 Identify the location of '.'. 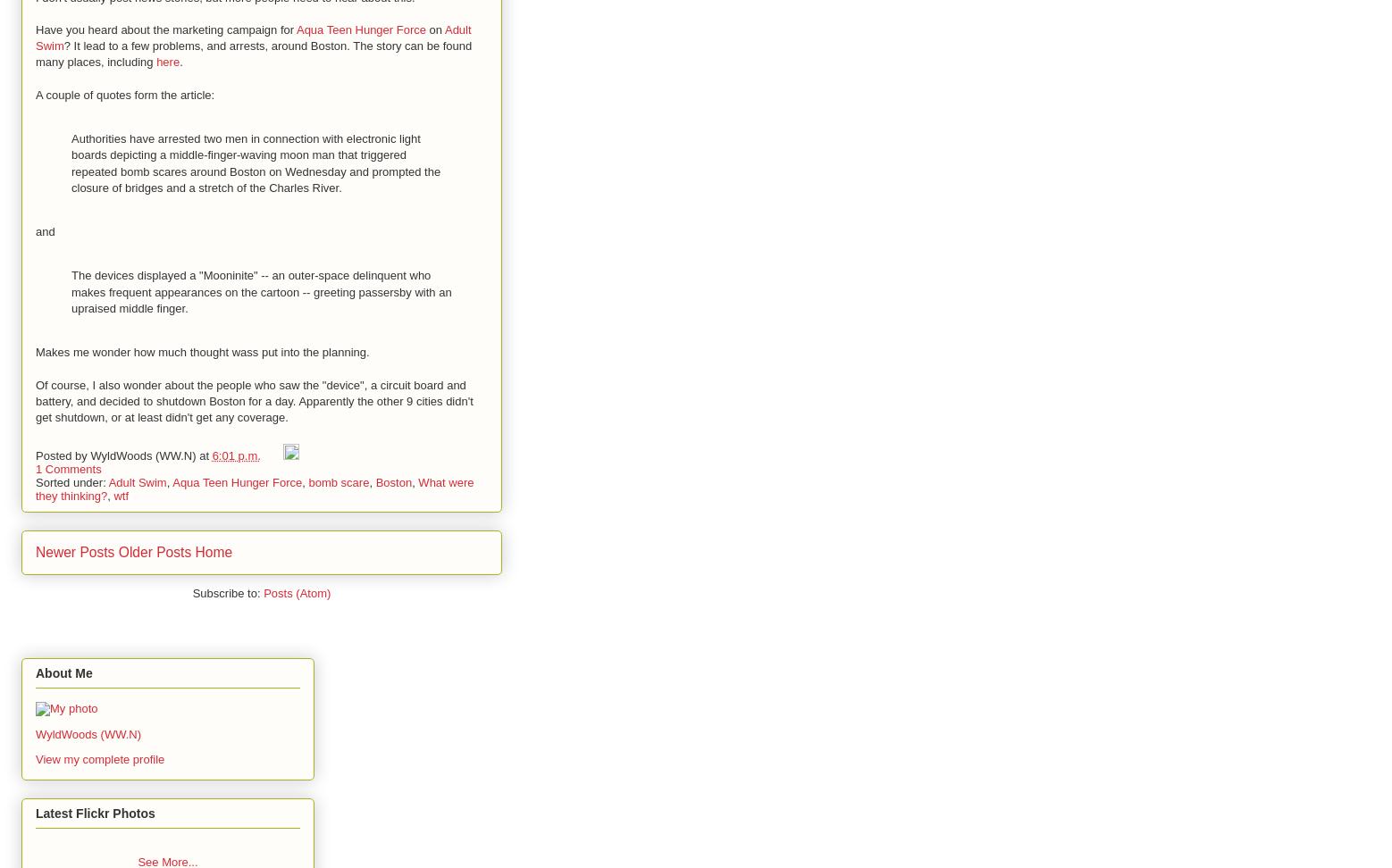
(179, 61).